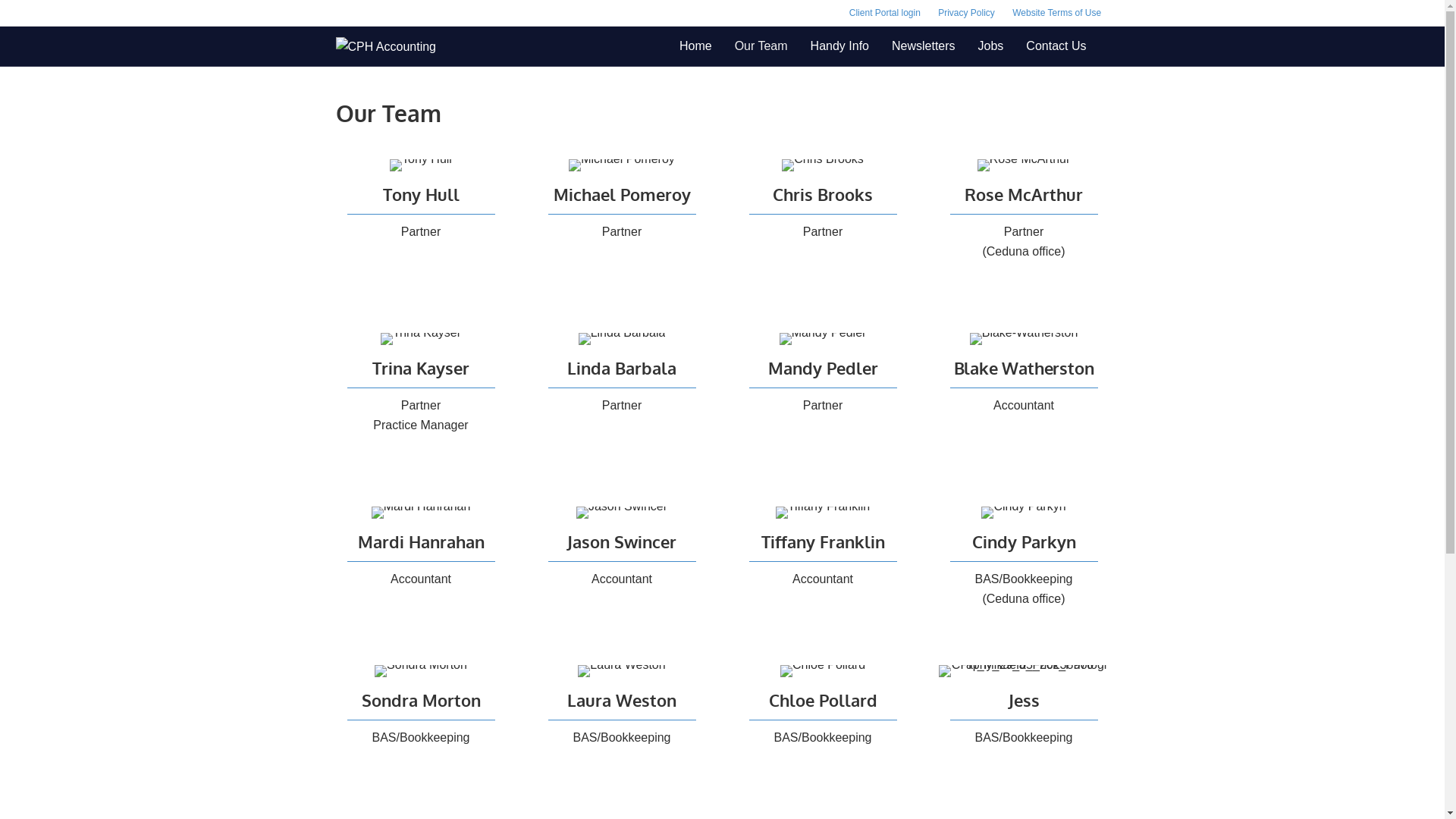 The image size is (1456, 819). I want to click on 'Our Team', so click(761, 45).